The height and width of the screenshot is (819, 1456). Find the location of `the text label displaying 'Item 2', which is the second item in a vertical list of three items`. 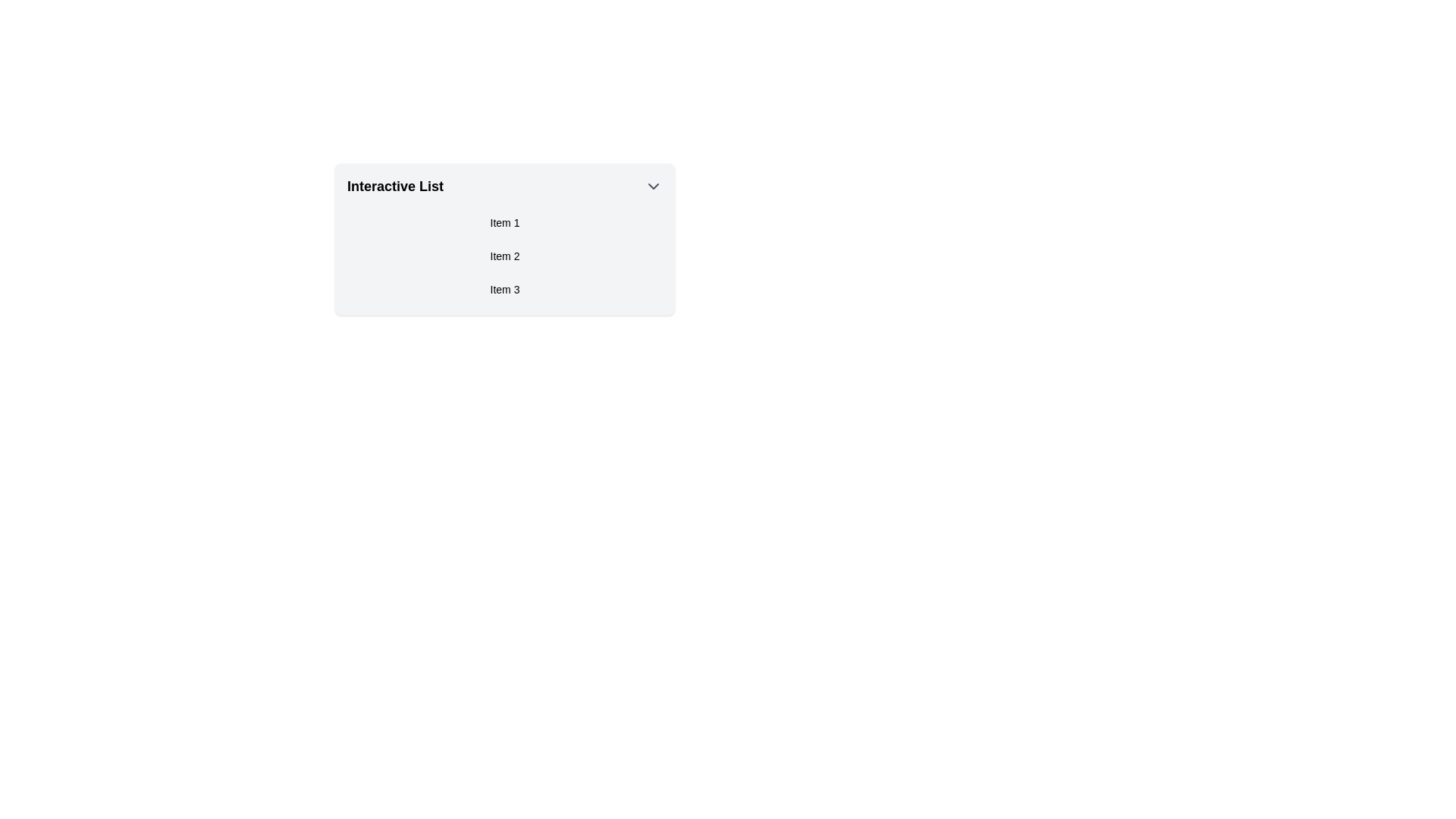

the text label displaying 'Item 2', which is the second item in a vertical list of three items is located at coordinates (505, 256).